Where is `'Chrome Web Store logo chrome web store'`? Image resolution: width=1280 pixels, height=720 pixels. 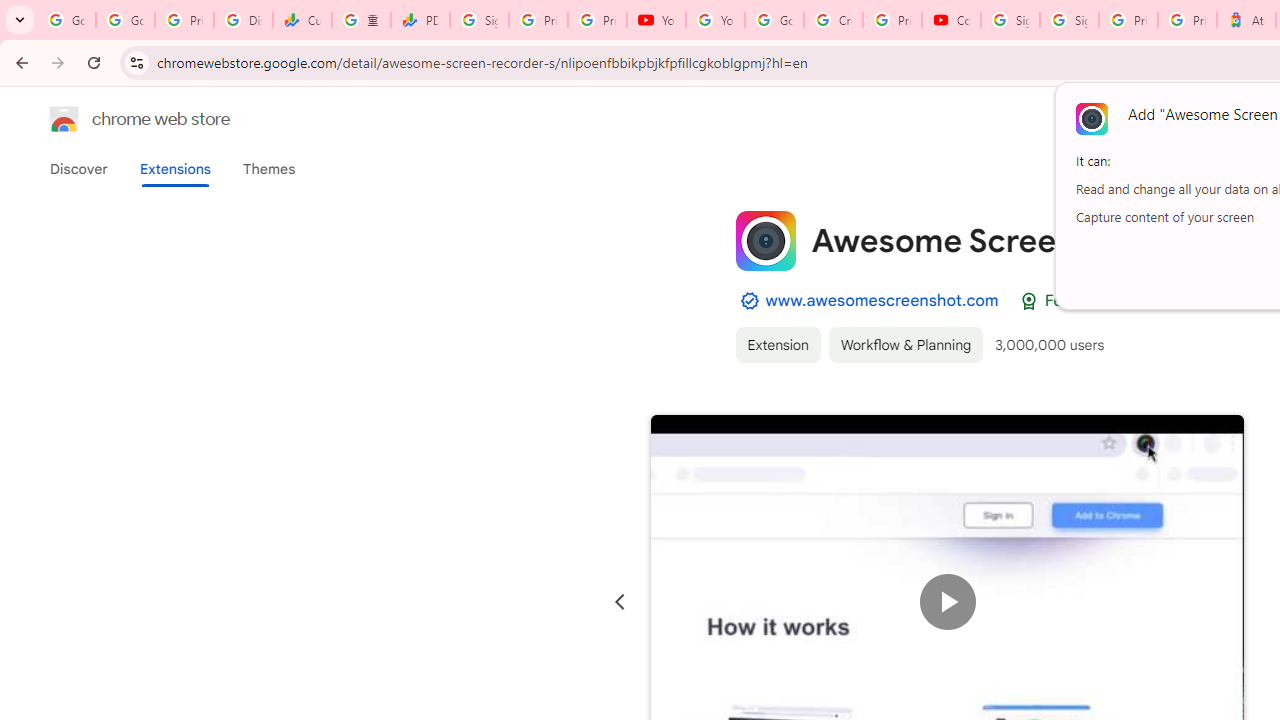
'Chrome Web Store logo chrome web store' is located at coordinates (118, 119).